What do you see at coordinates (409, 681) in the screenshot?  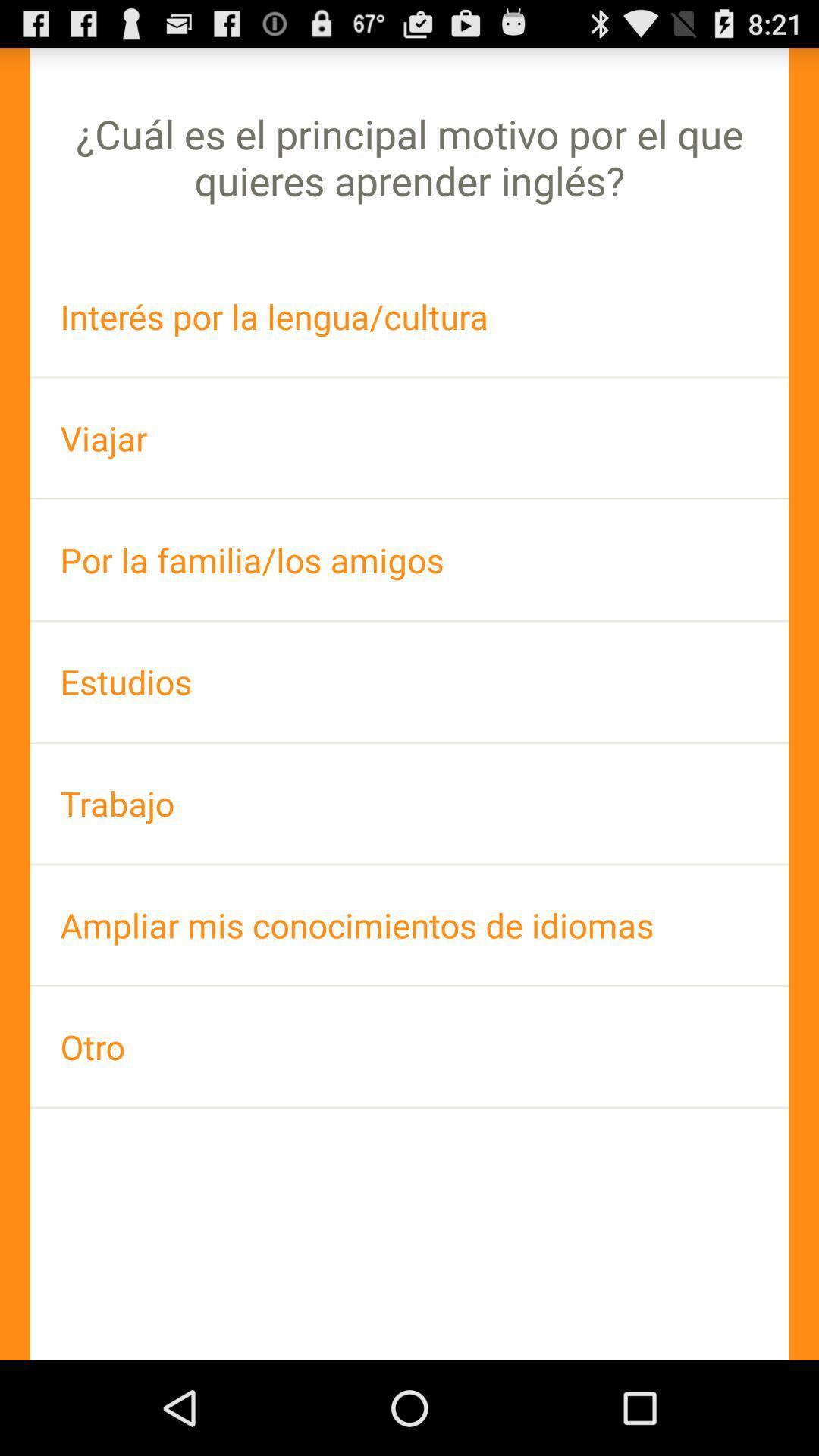 I see `estudios item` at bounding box center [409, 681].